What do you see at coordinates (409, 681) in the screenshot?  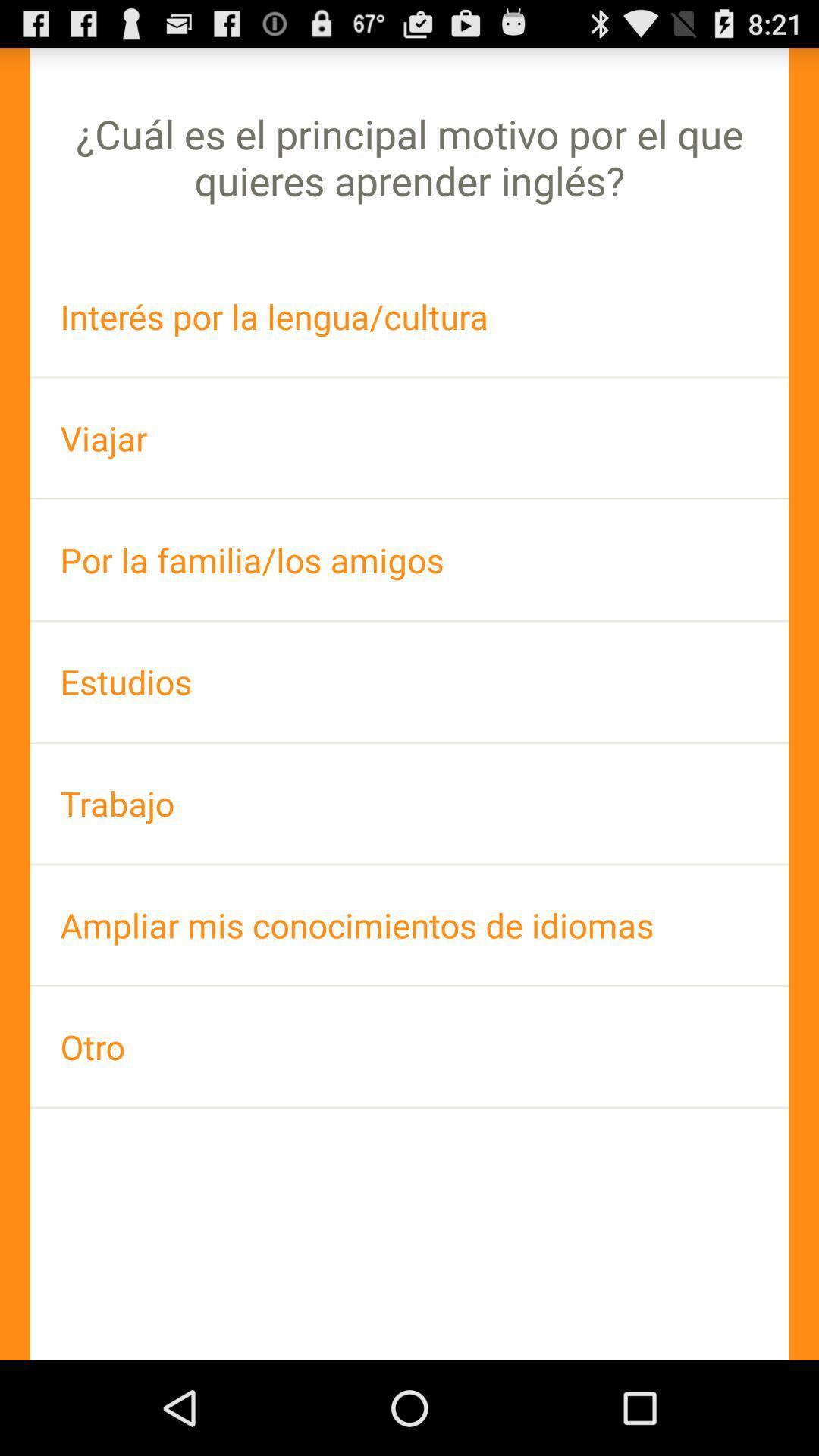 I see `estudios item` at bounding box center [409, 681].